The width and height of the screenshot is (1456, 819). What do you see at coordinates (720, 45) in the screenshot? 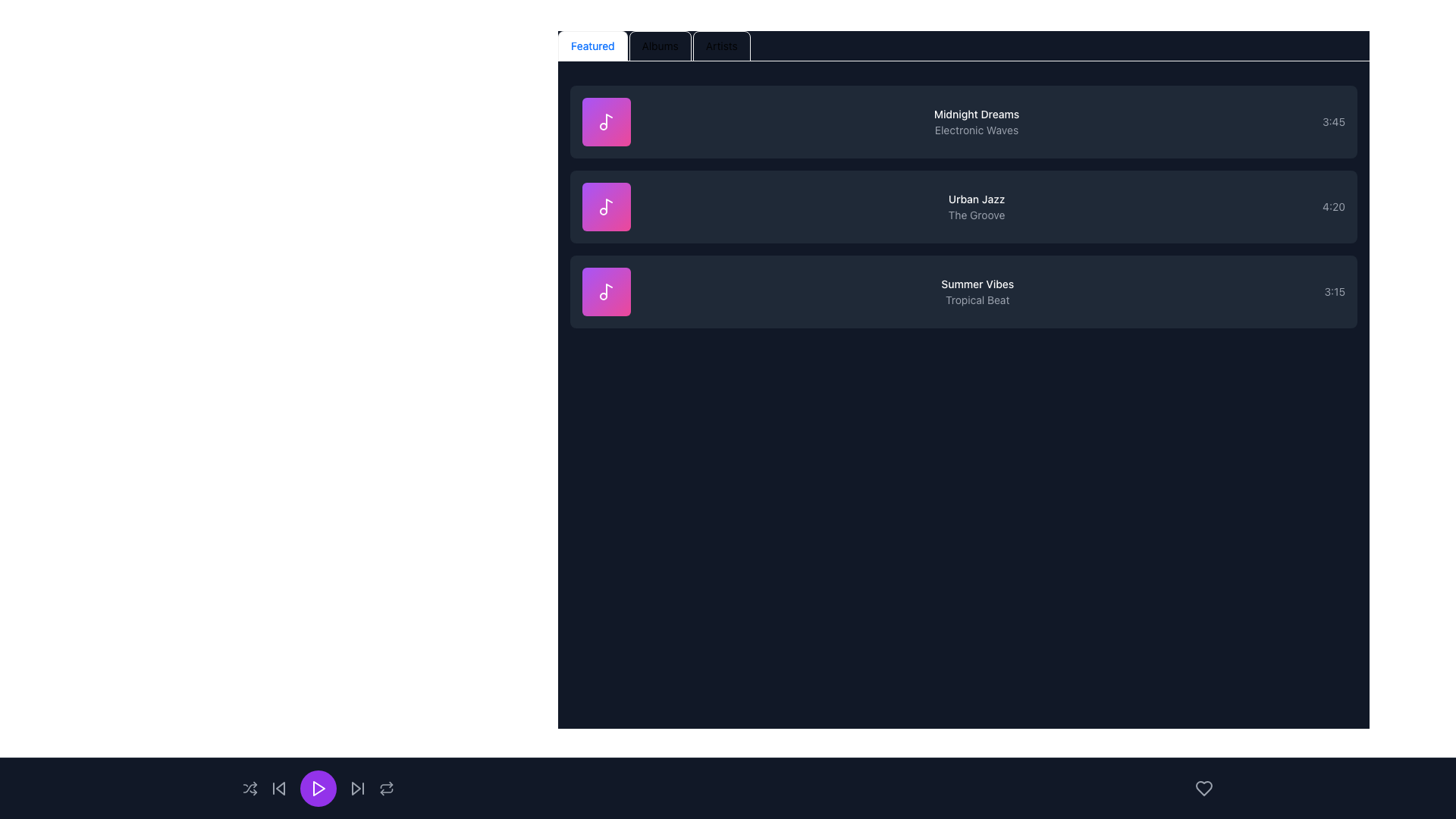
I see `the 'Artists' tab, which is the third tab from the left in the navigation bar` at bounding box center [720, 45].